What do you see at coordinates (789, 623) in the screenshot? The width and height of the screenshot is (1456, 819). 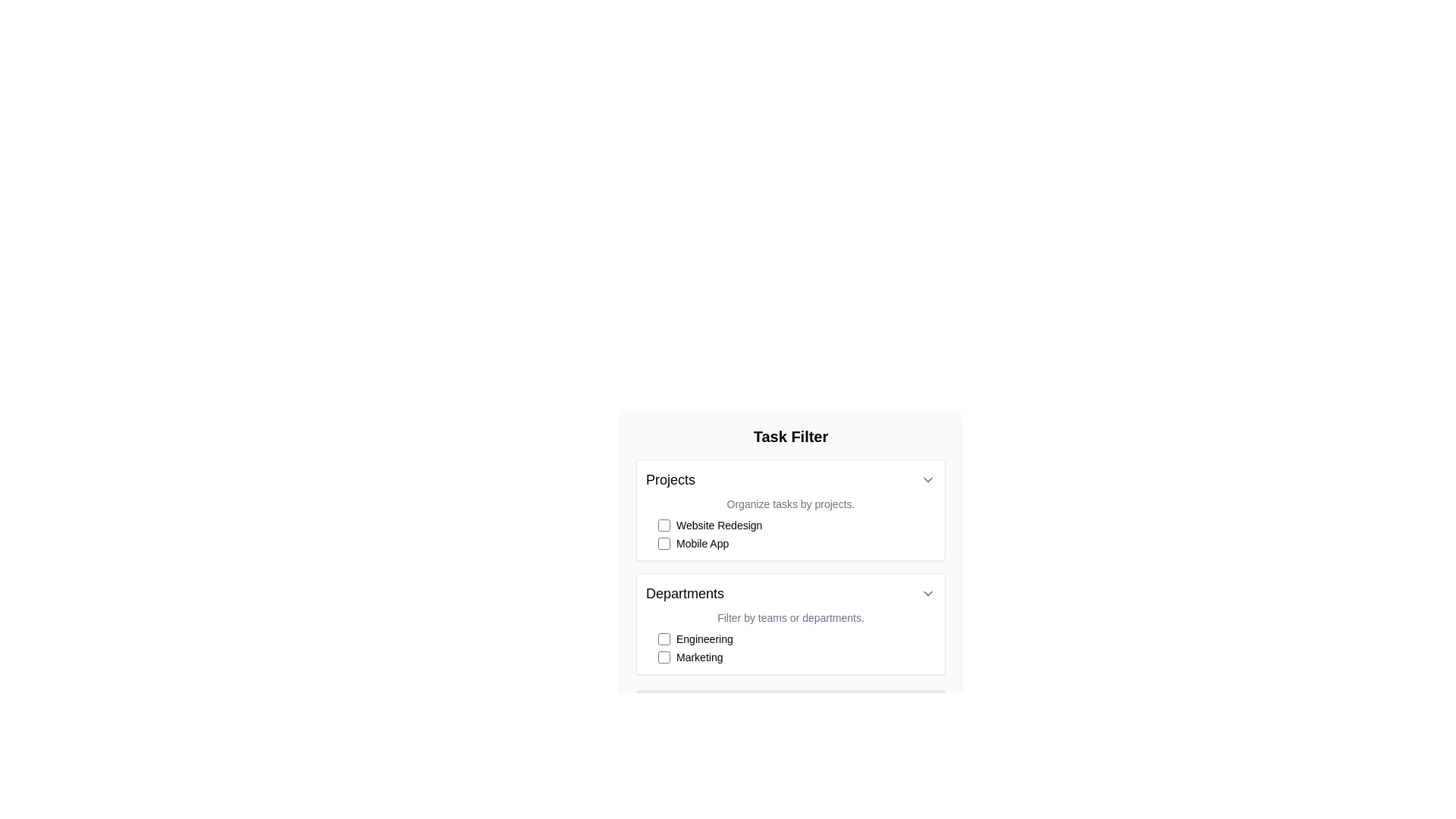 I see `the chevron icon within the Filter panel titled 'Departments' to expand the filtering options` at bounding box center [789, 623].